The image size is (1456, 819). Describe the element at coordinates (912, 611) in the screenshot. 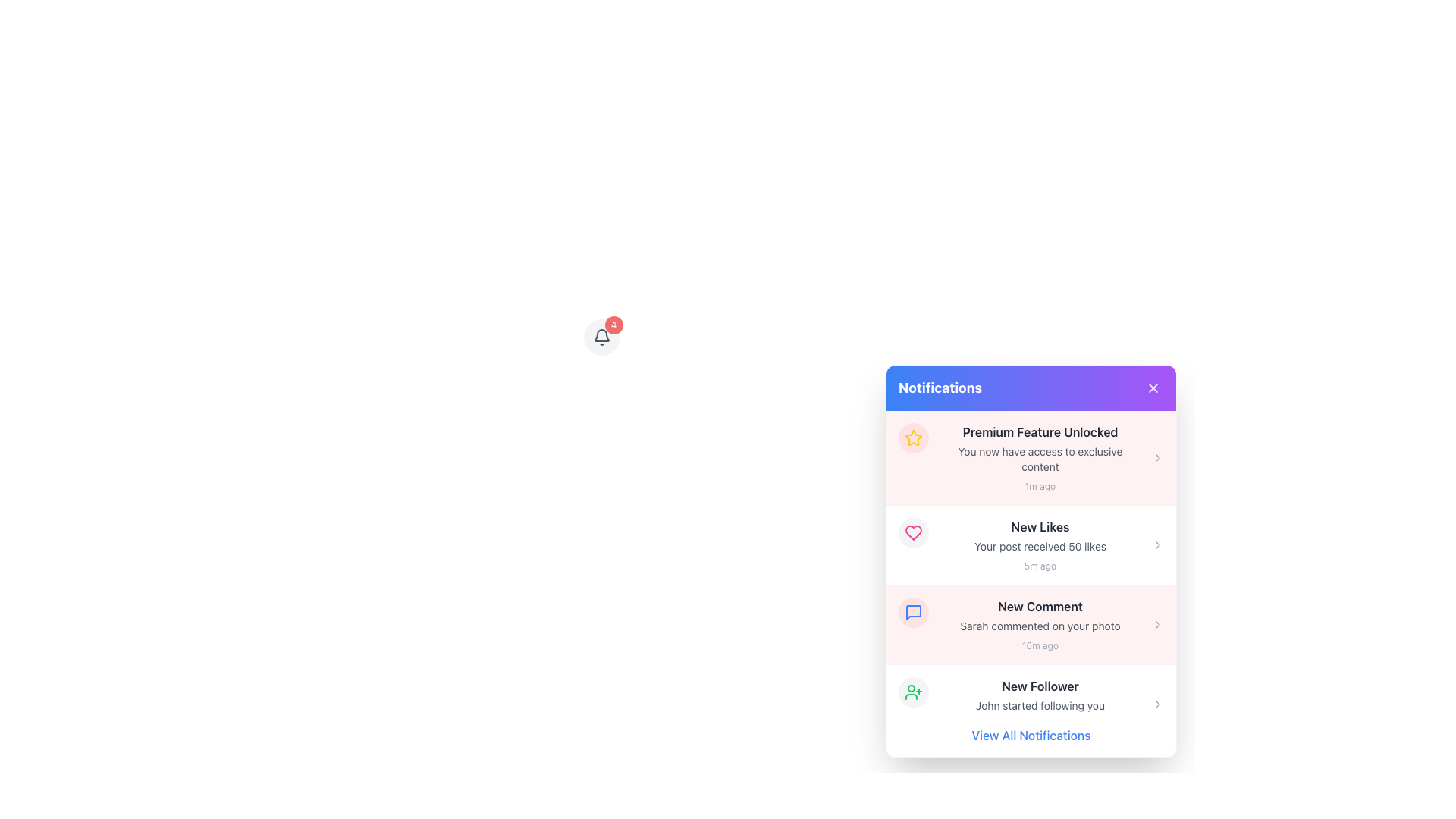

I see `the details of the circular icon with a light red background and a blue speech bubble, which is located on the leftmost side of the 'New Comment' notification adjacent to 'Sarah commented on your photo'` at that location.